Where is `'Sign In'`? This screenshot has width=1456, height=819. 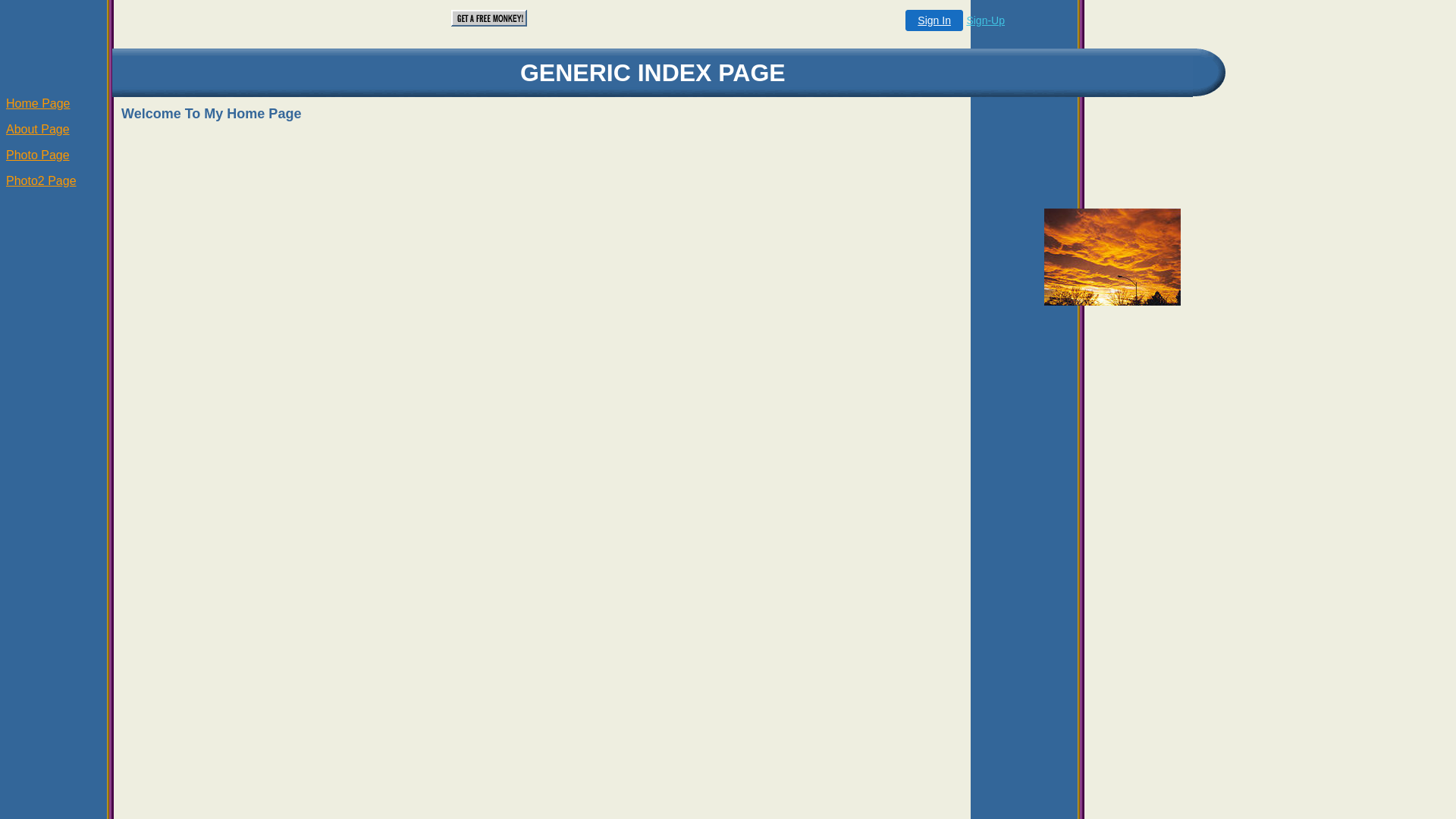 'Sign In' is located at coordinates (934, 20).